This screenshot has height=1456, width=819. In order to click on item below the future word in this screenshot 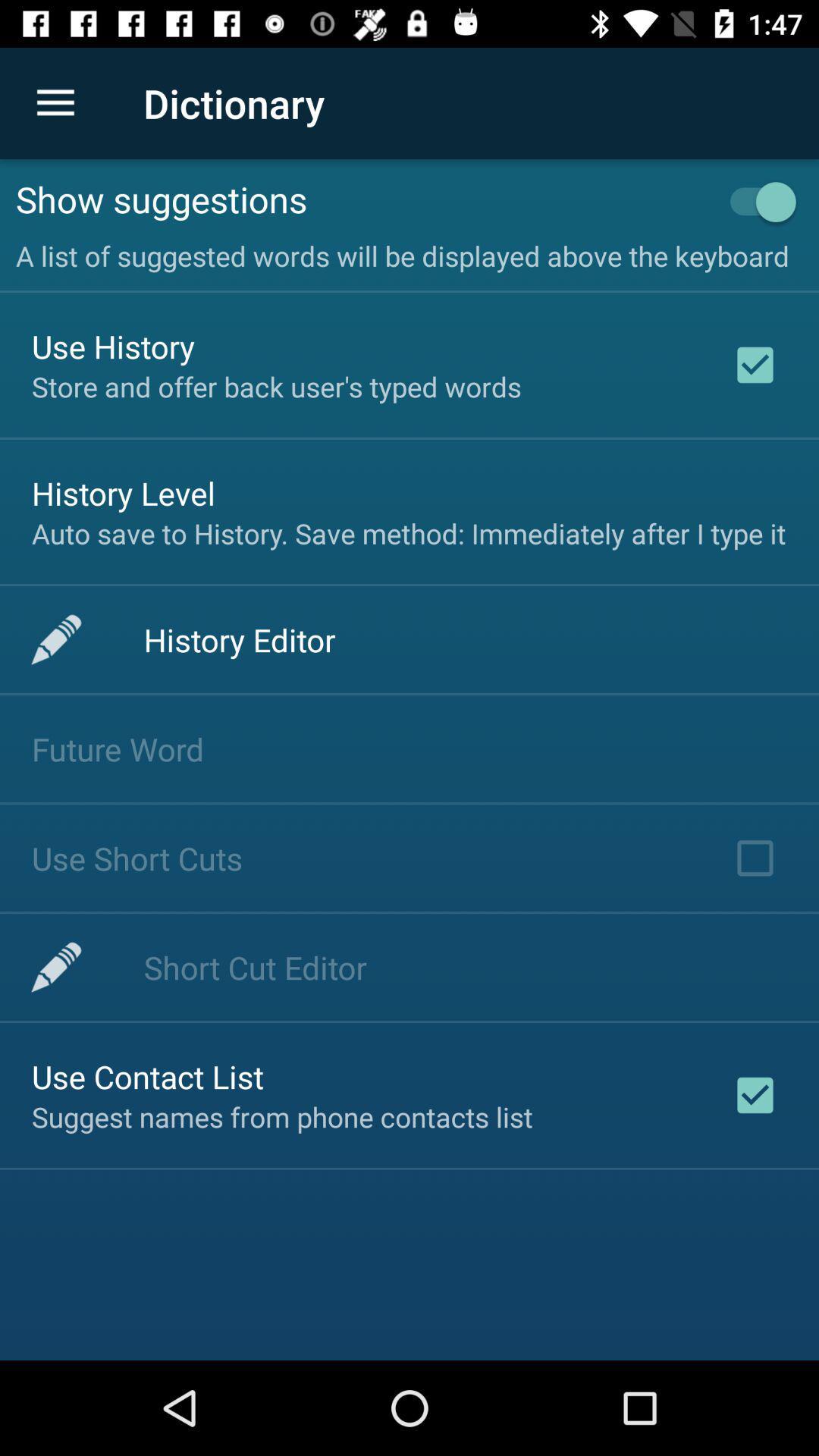, I will do `click(137, 858)`.